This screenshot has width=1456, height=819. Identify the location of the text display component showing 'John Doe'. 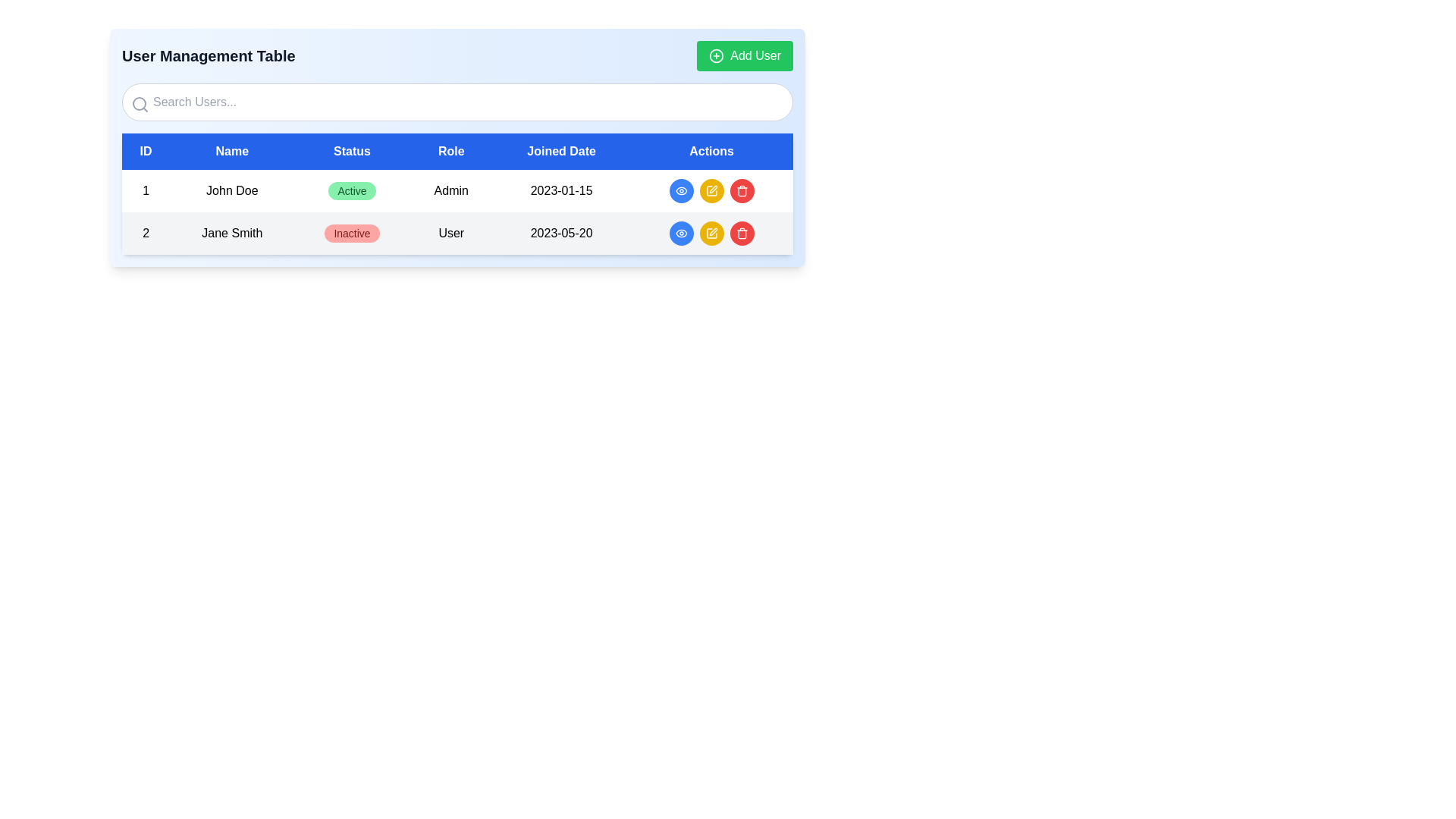
(231, 190).